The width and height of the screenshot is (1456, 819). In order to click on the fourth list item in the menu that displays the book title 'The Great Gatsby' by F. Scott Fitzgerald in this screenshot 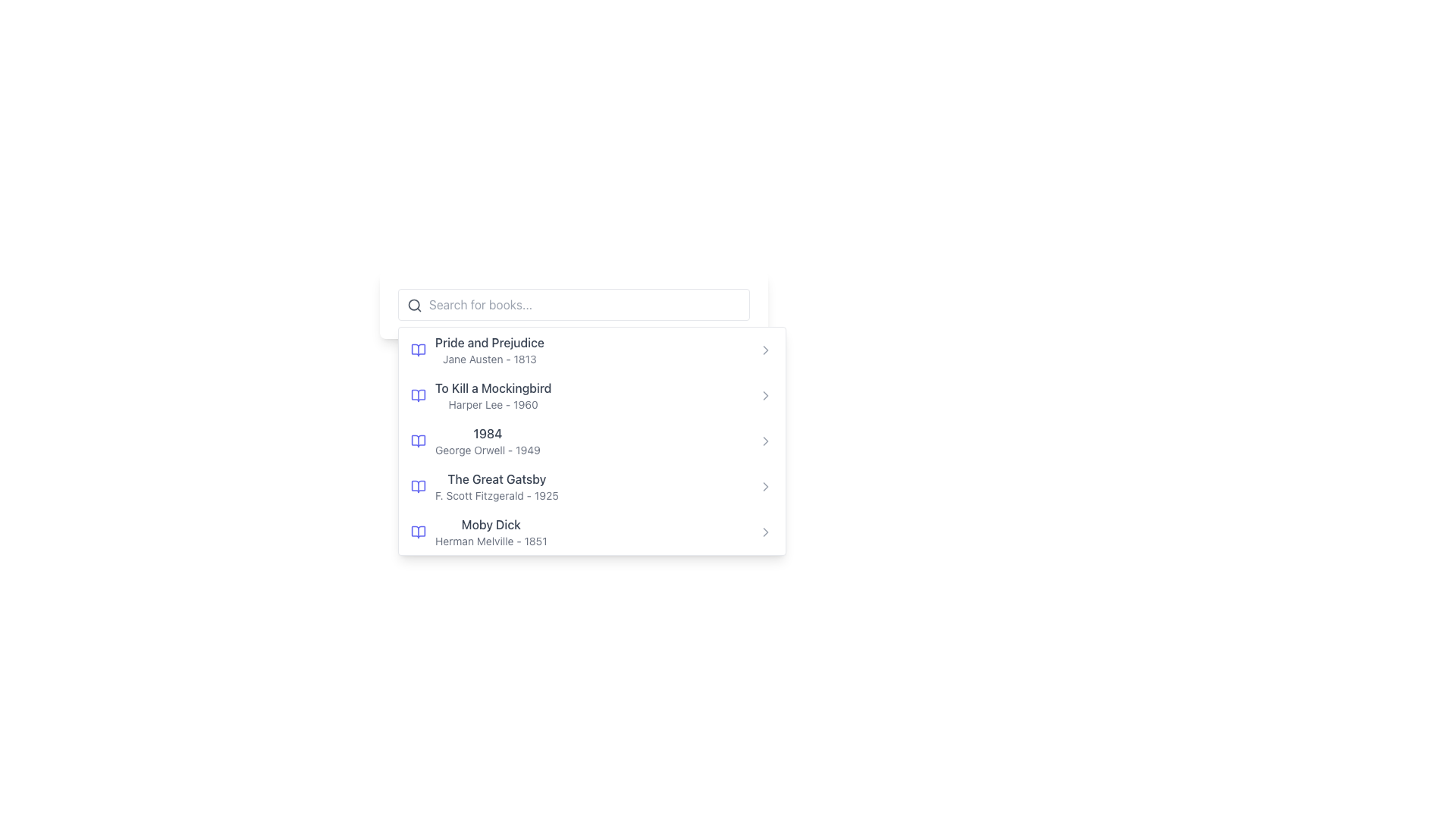, I will do `click(591, 486)`.